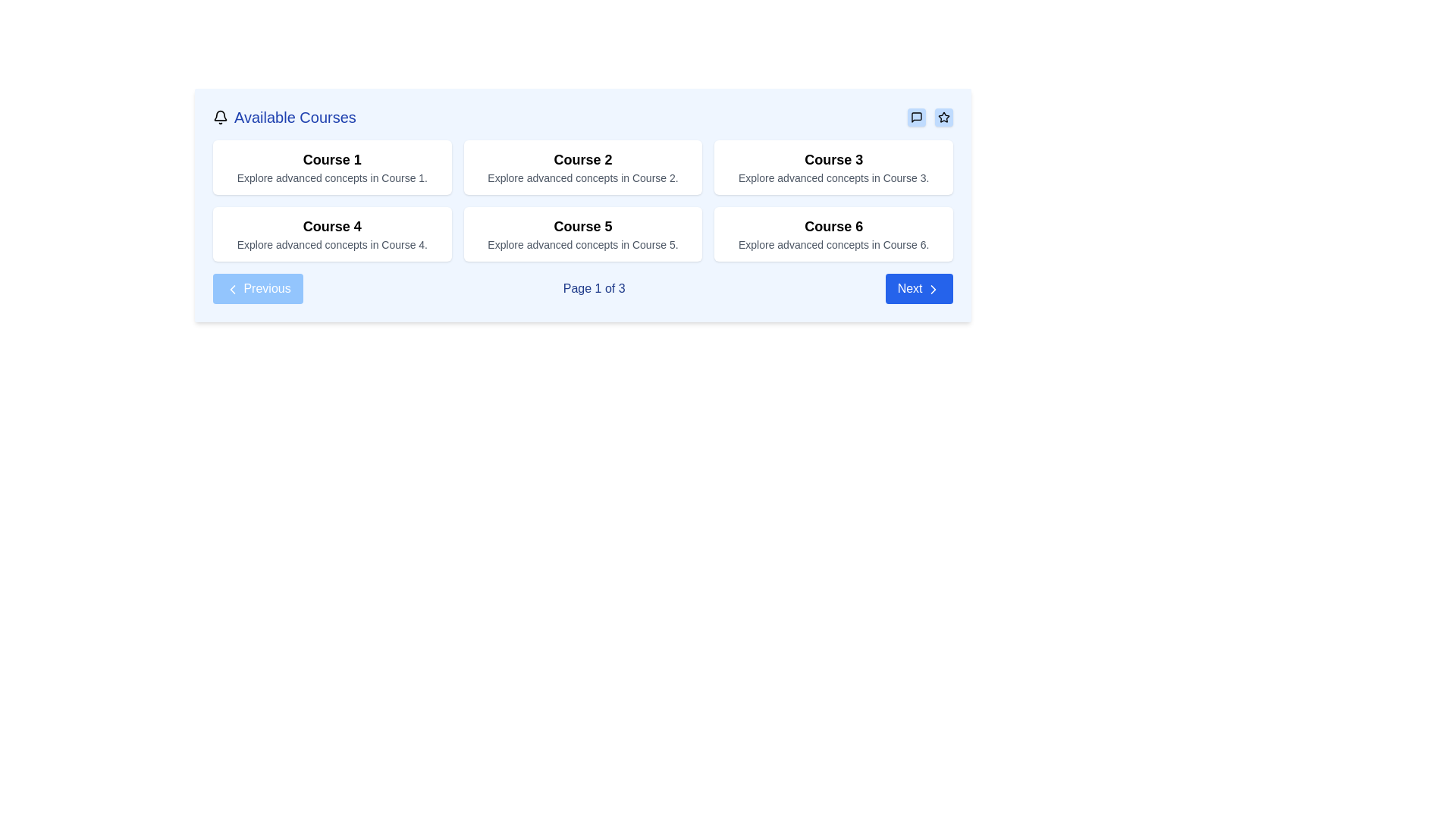  What do you see at coordinates (331, 234) in the screenshot?
I see `text from the Information card displaying 'Course 4' and its description 'Explore advanced concepts in Course 4.'` at bounding box center [331, 234].